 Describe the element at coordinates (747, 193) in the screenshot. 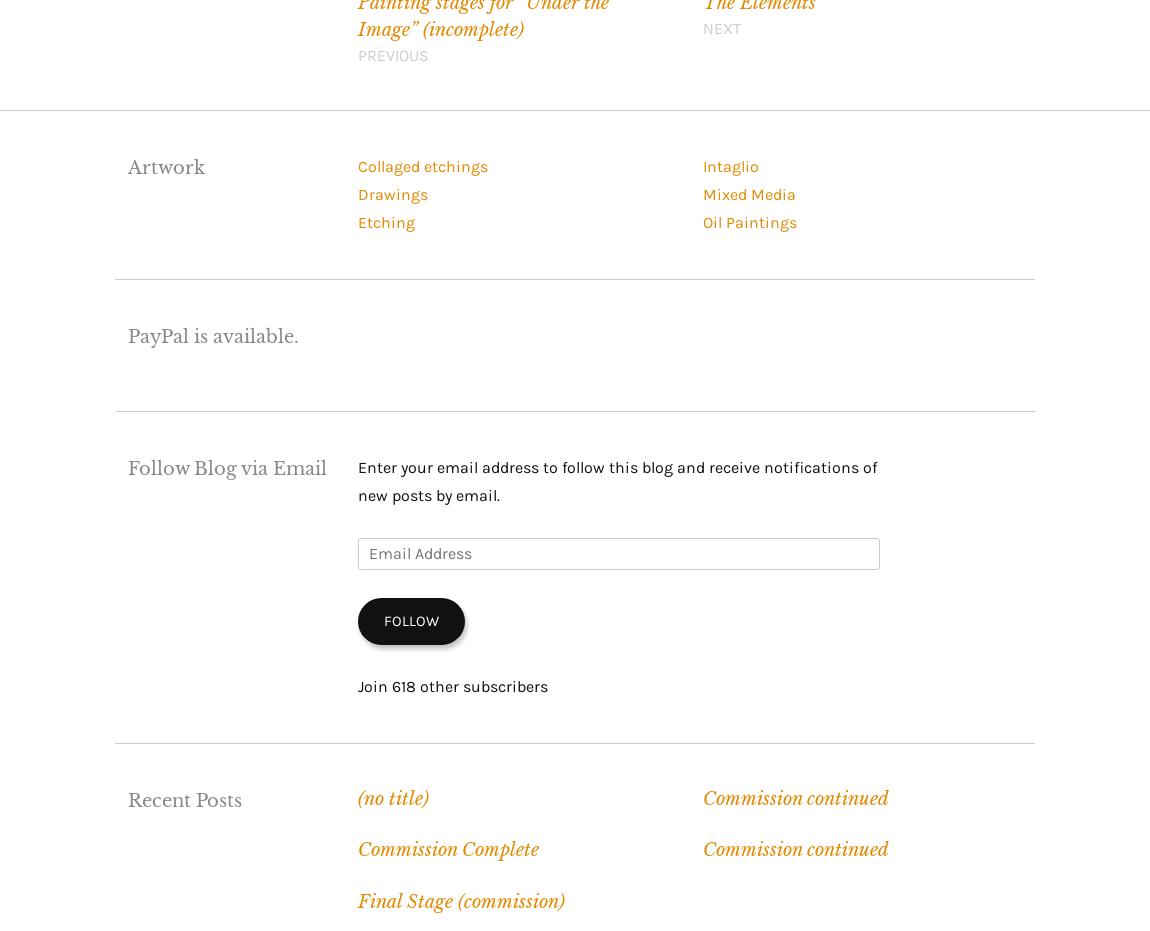

I see `'Mixed Media'` at that location.